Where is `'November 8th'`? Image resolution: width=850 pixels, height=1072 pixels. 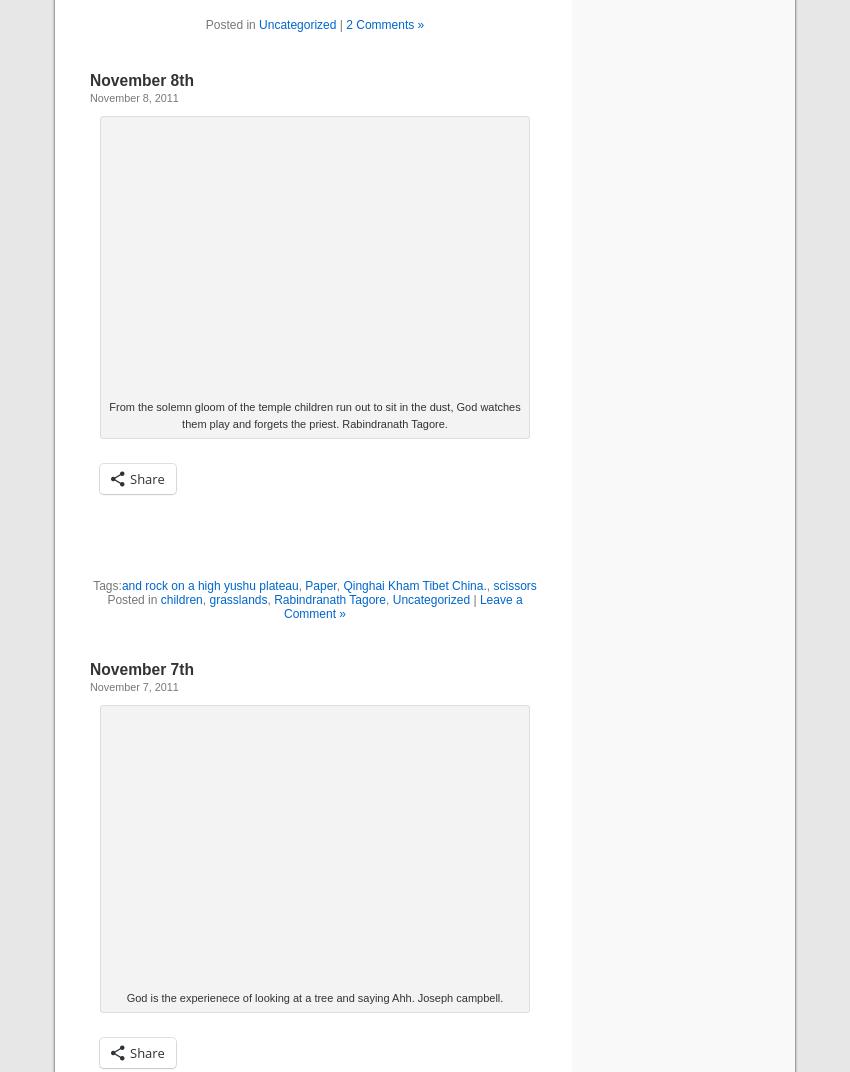
'November 8th' is located at coordinates (142, 79).